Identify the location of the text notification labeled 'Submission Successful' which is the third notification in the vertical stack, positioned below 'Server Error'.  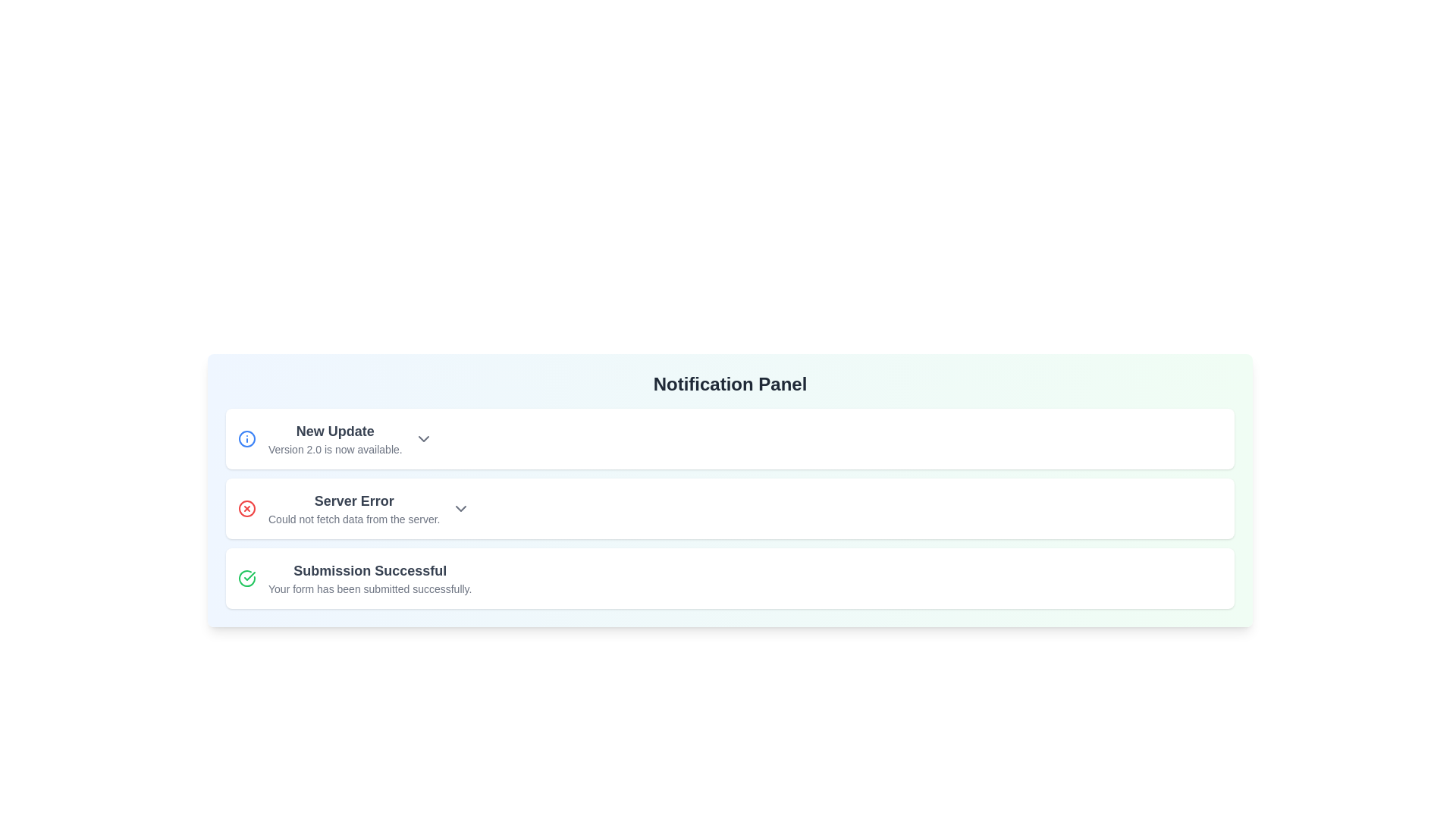
(370, 579).